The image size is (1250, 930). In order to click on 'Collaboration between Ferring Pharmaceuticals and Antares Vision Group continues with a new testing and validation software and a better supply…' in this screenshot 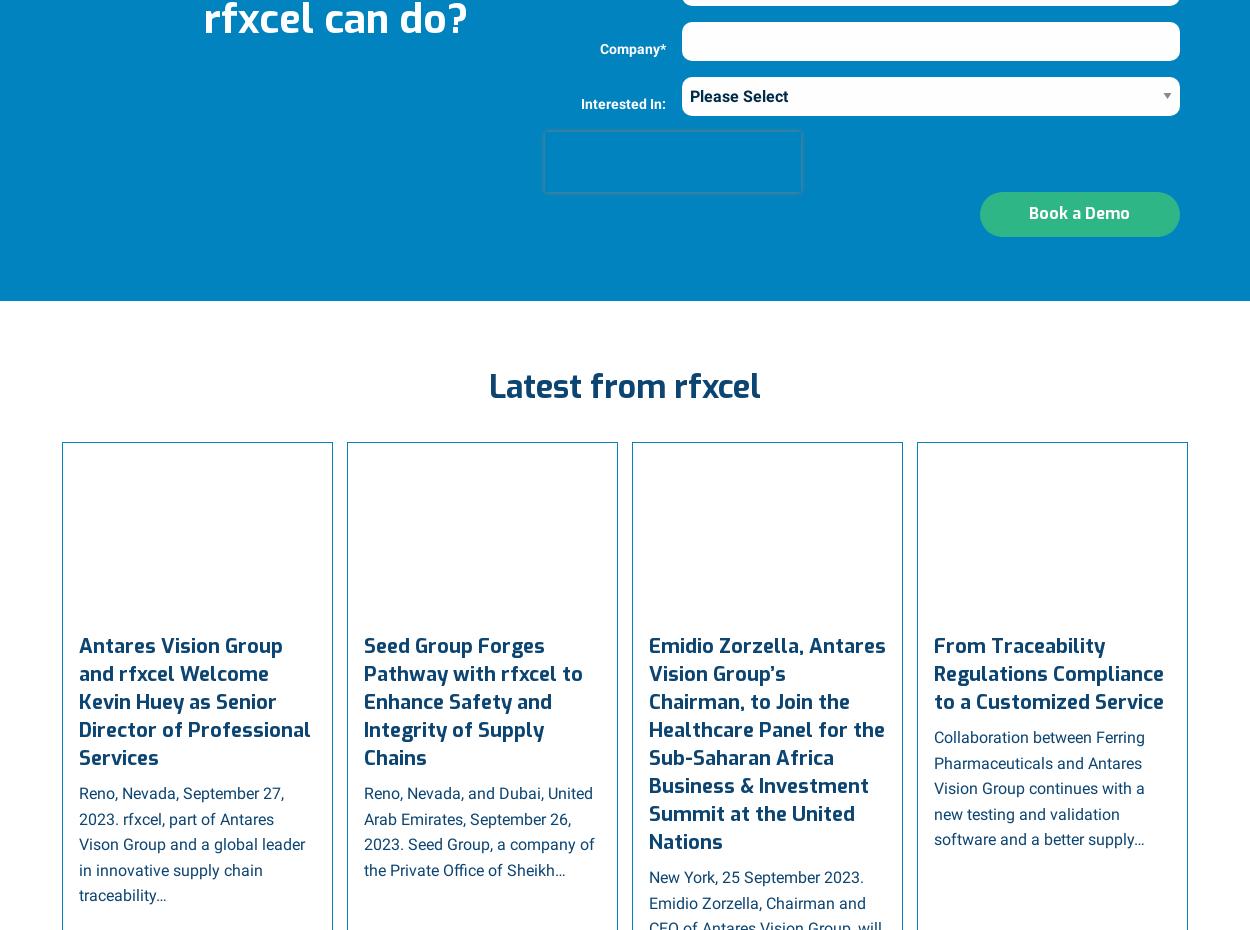, I will do `click(934, 786)`.